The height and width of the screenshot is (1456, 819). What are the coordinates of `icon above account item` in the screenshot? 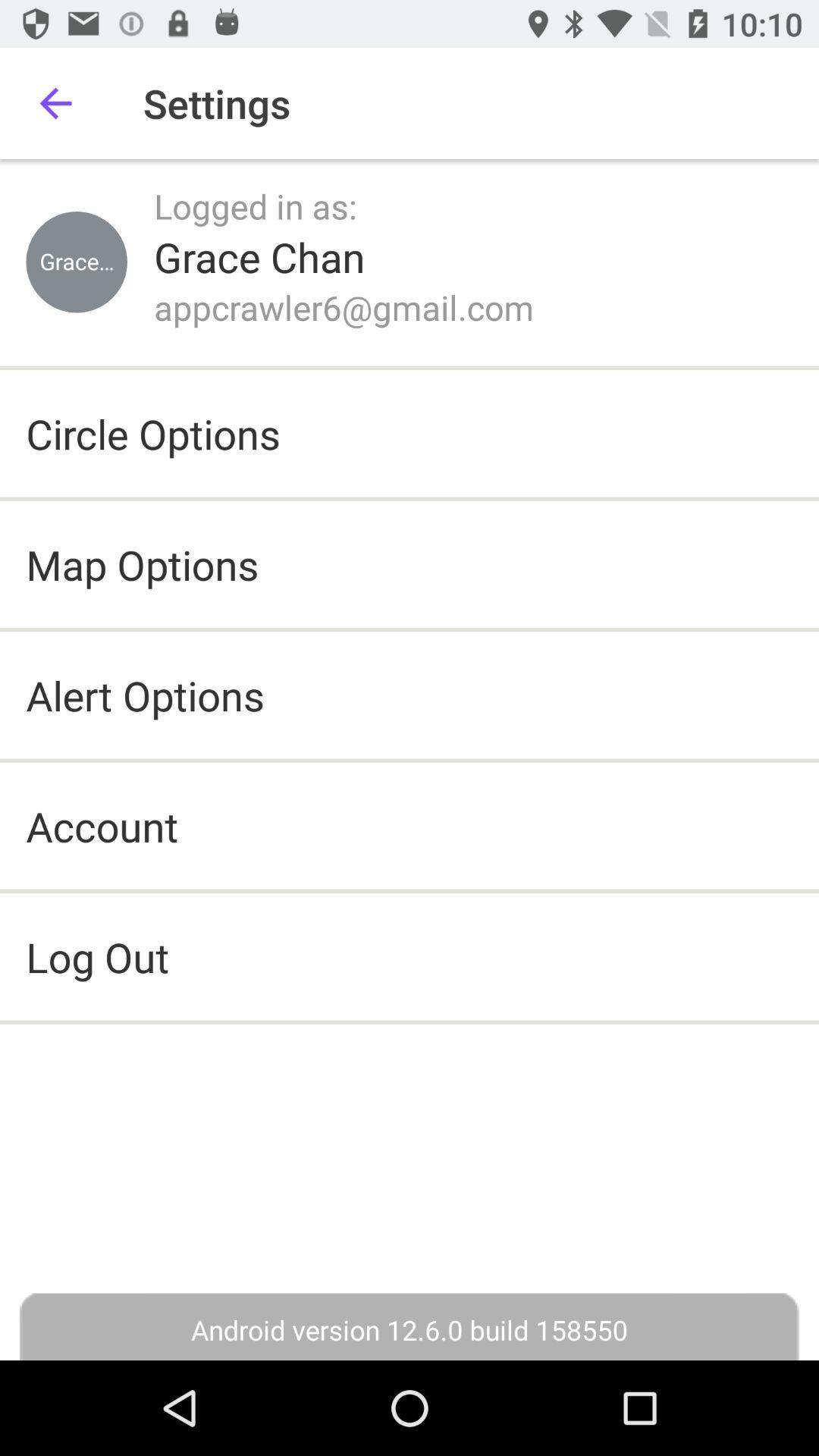 It's located at (145, 694).